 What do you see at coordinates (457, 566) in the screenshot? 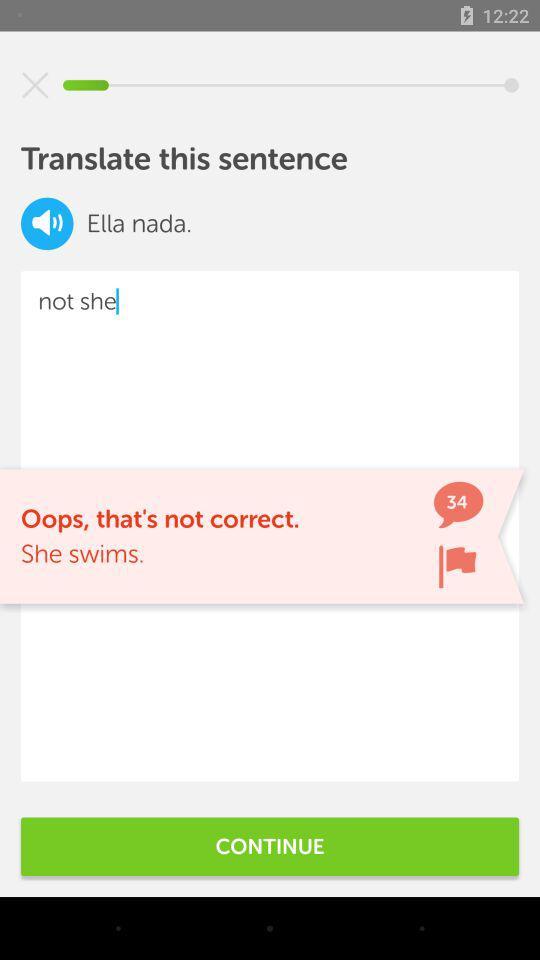
I see `flag sentence error` at bounding box center [457, 566].